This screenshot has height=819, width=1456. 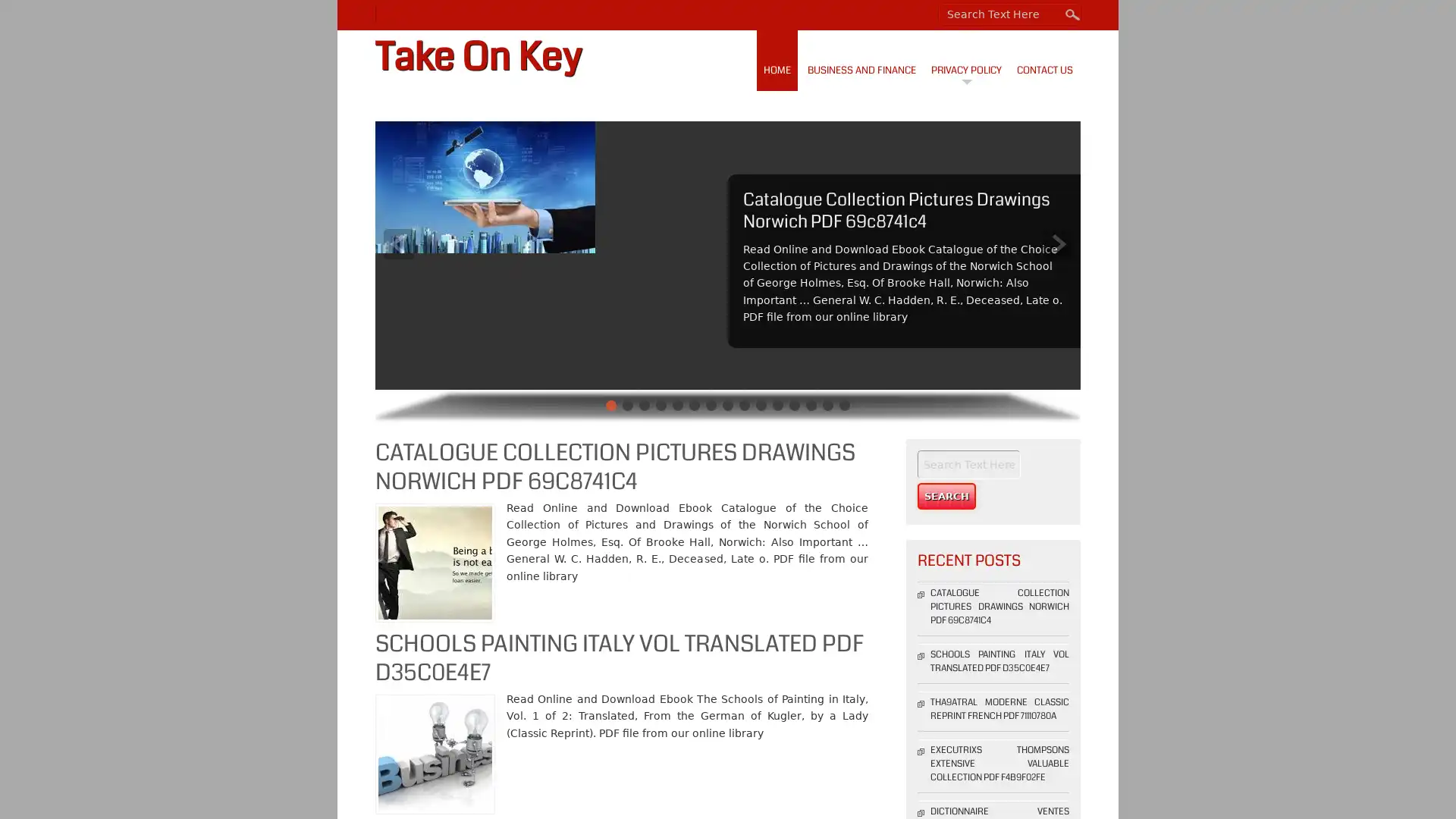 What do you see at coordinates (946, 496) in the screenshot?
I see `Search` at bounding box center [946, 496].